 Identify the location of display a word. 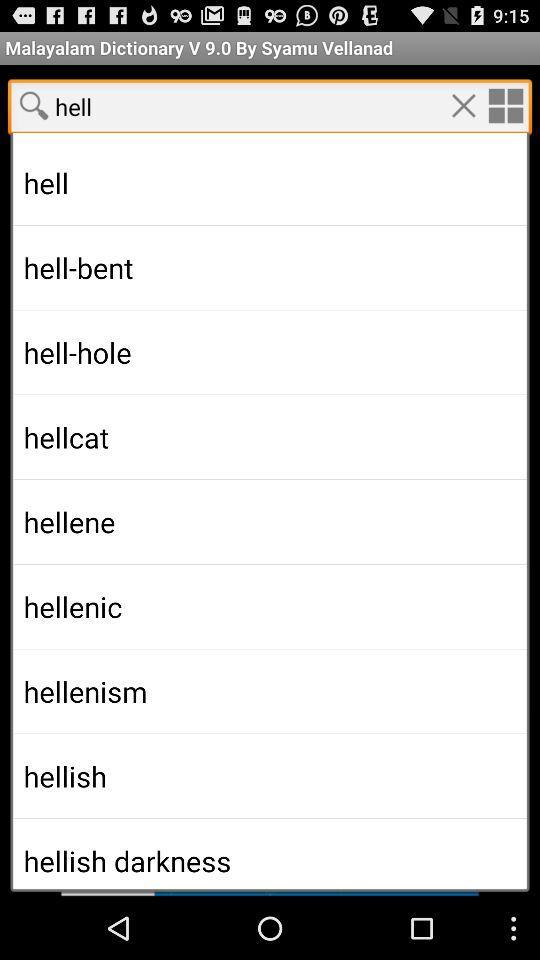
(270, 863).